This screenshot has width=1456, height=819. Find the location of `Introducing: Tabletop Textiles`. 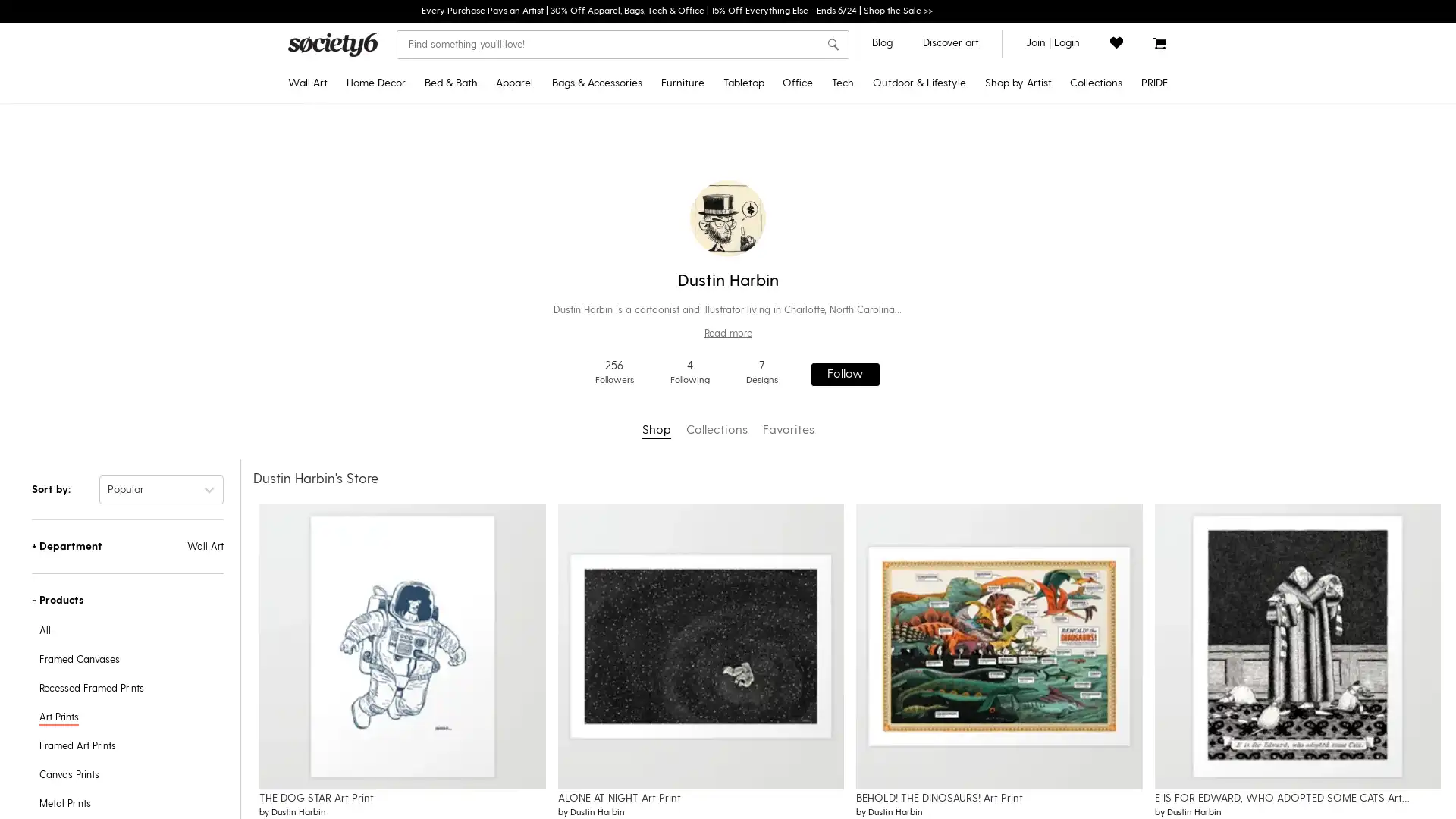

Introducing: Tabletop Textiles is located at coordinates (1040, 415).